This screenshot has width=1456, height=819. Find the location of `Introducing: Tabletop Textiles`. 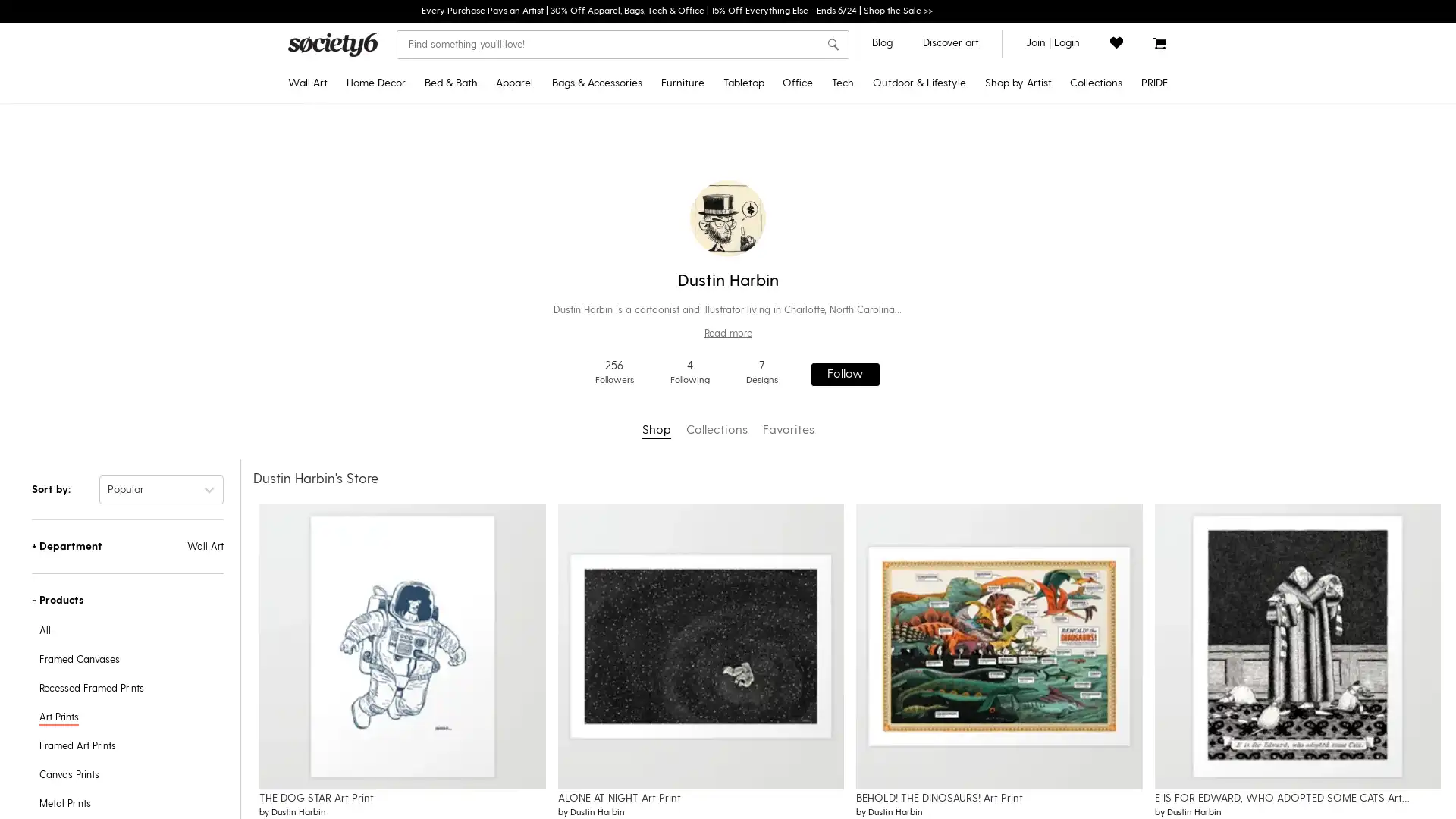

Introducing: Tabletop Textiles is located at coordinates (1040, 415).